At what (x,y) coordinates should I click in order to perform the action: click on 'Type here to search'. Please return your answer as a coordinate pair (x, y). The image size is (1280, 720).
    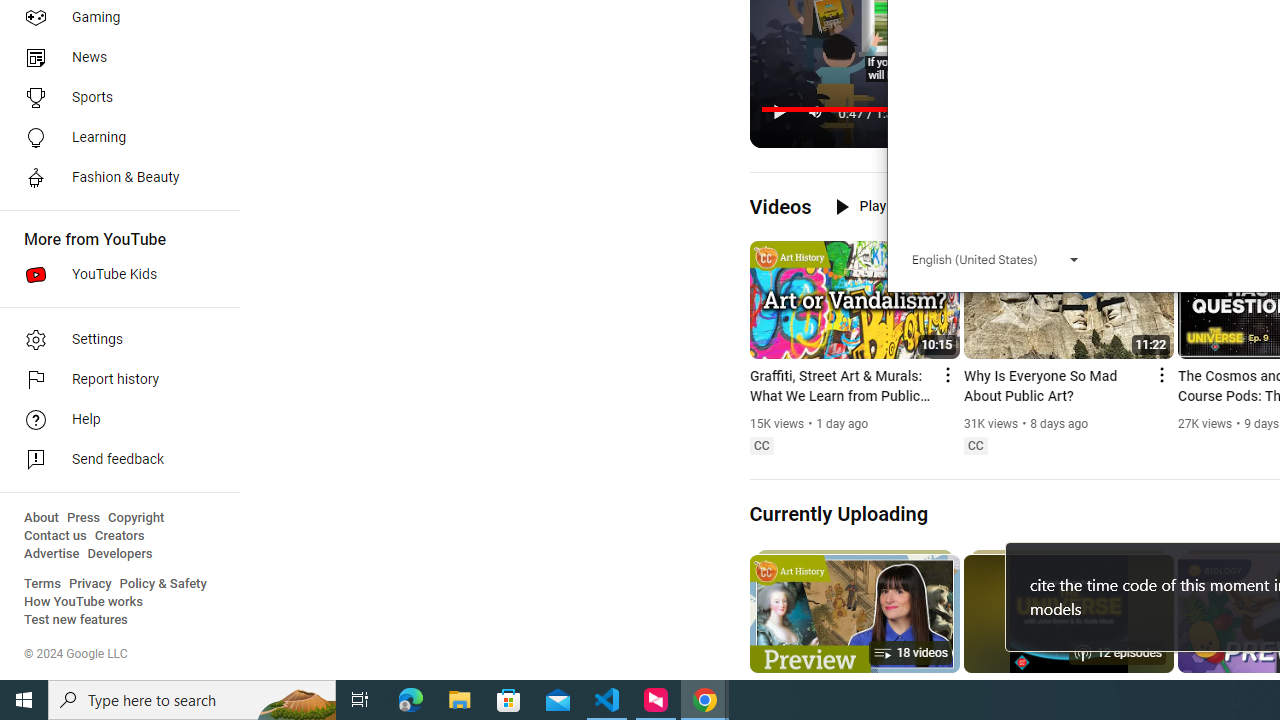
    Looking at the image, I should click on (192, 698).